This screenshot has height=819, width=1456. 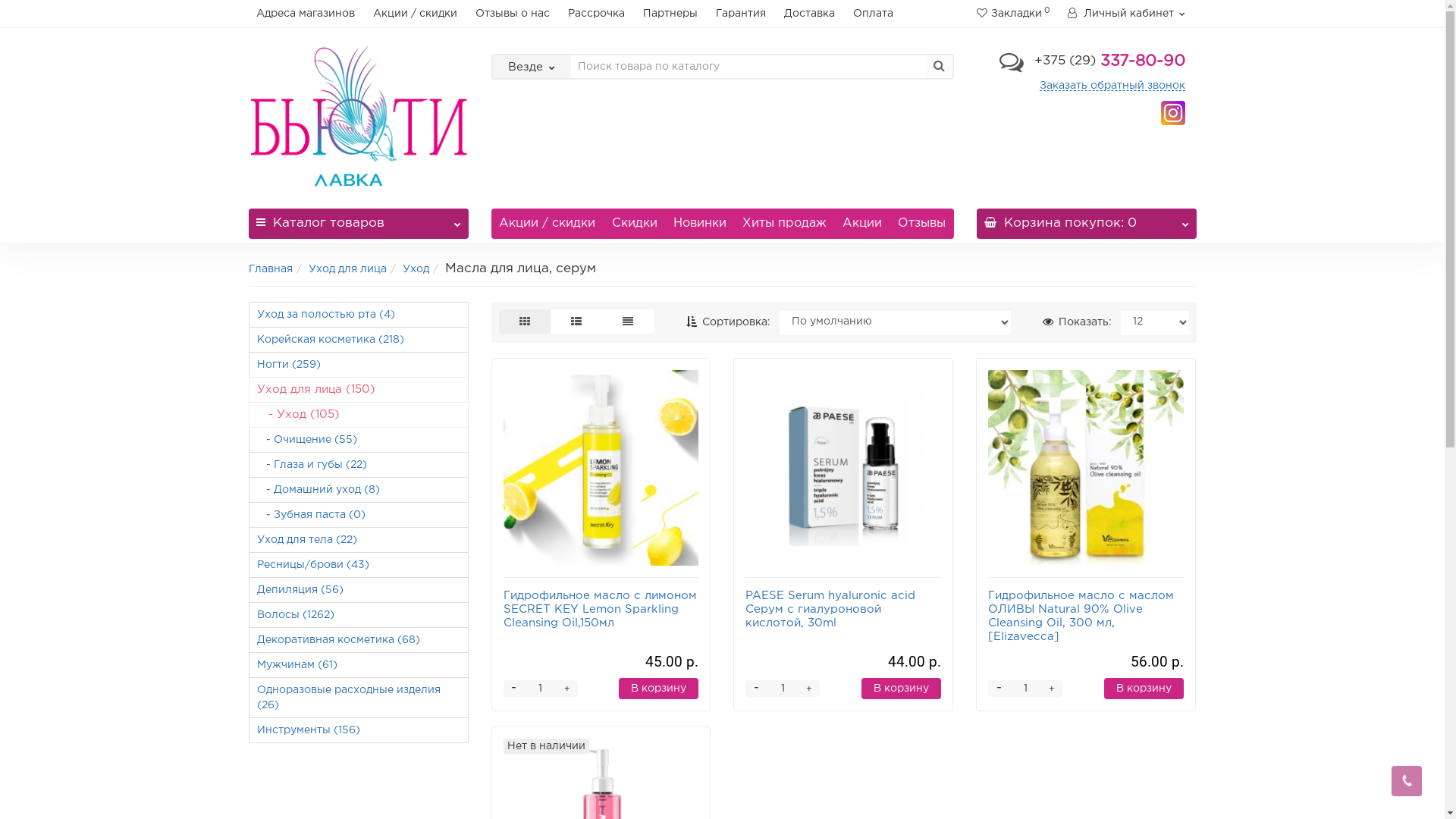 I want to click on '-', so click(x=745, y=688).